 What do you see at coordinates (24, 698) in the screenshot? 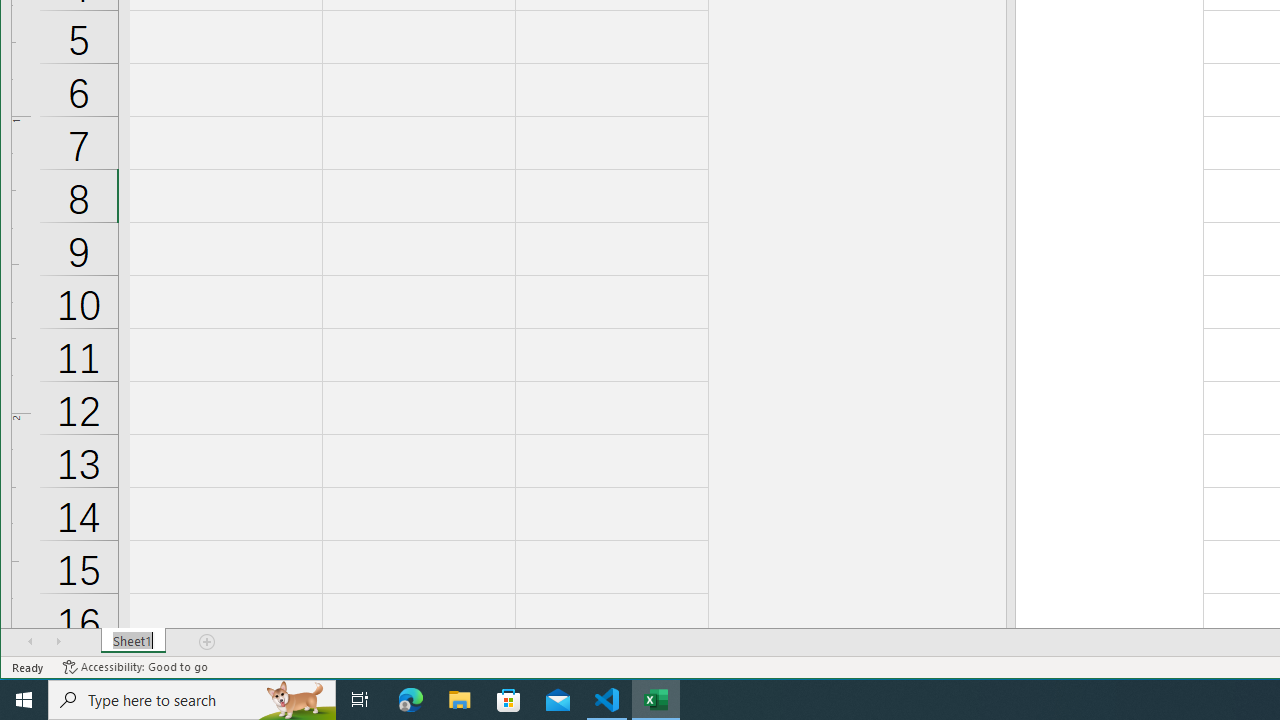
I see `'Start'` at bounding box center [24, 698].